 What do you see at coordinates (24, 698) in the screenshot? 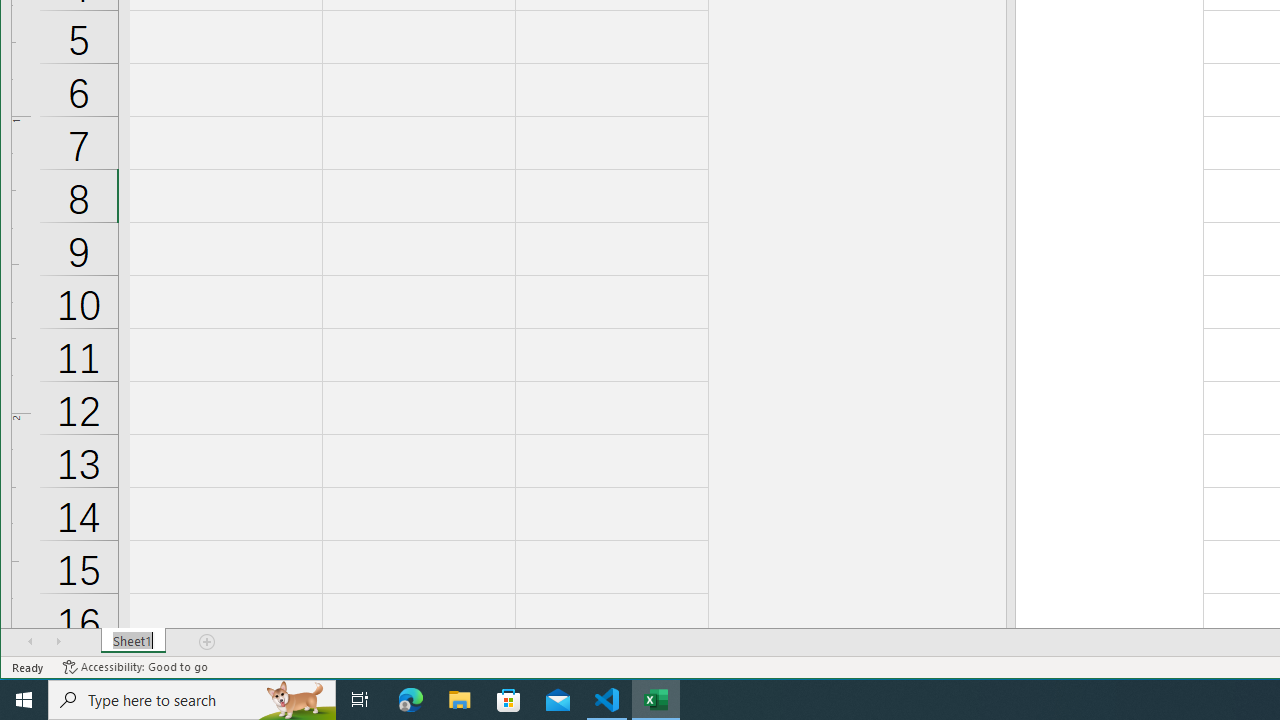
I see `'Start'` at bounding box center [24, 698].